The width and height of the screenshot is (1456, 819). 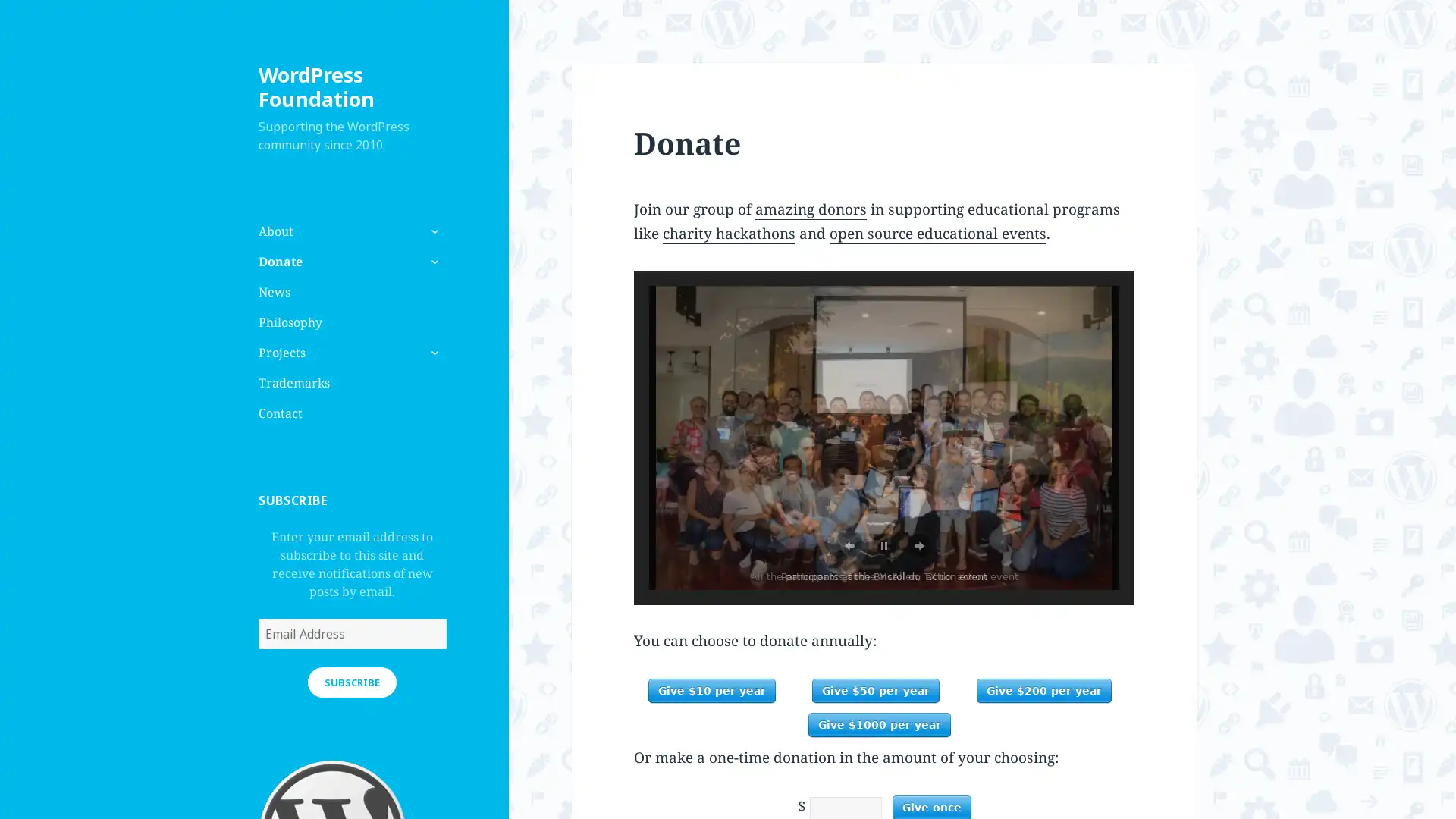 I want to click on Give $1000 per year, so click(x=880, y=724).